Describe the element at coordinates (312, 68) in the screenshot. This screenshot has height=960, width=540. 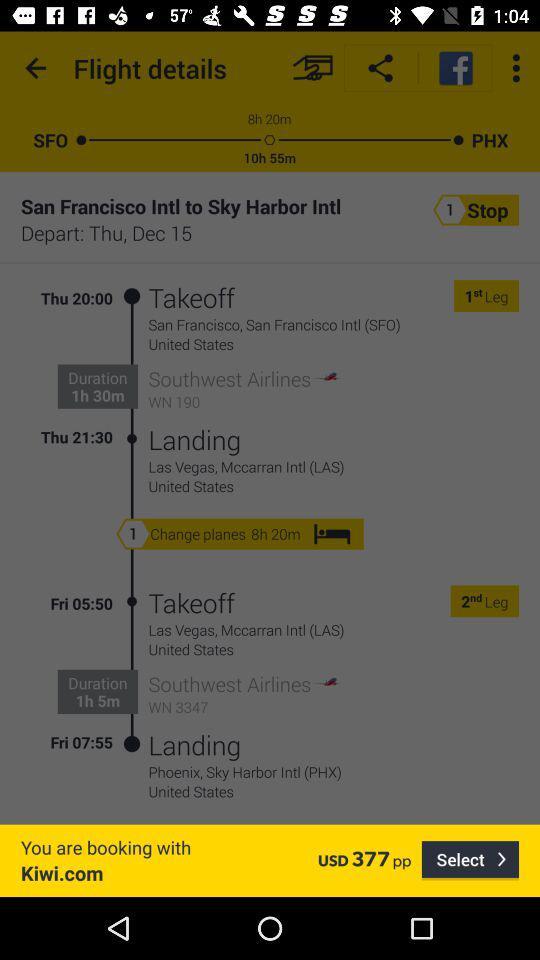
I see `book ticket` at that location.